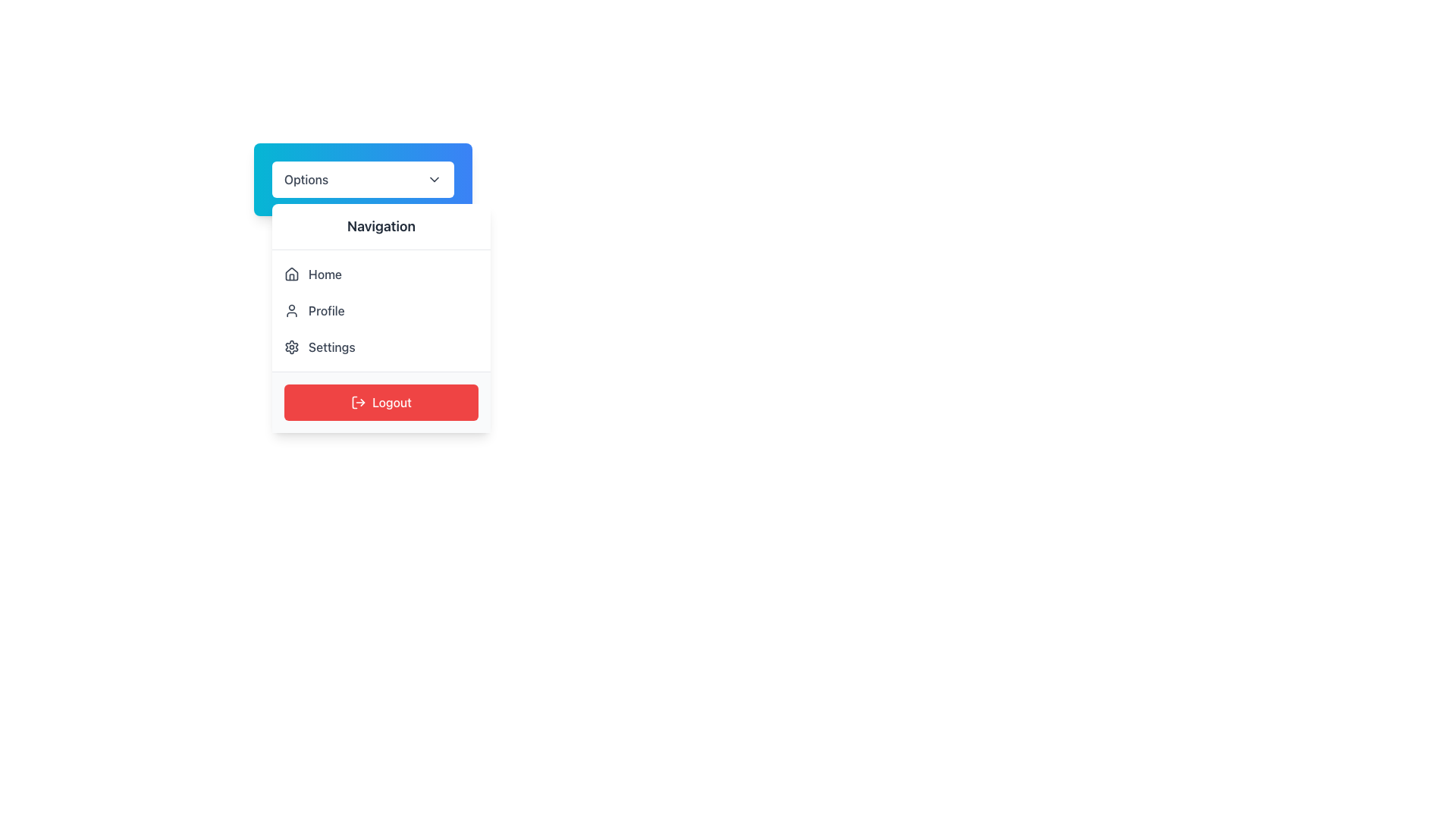 The height and width of the screenshot is (819, 1456). Describe the element at coordinates (324, 275) in the screenshot. I see `the 'Home' text label in the vertical navigation menu to navigate to the home section` at that location.